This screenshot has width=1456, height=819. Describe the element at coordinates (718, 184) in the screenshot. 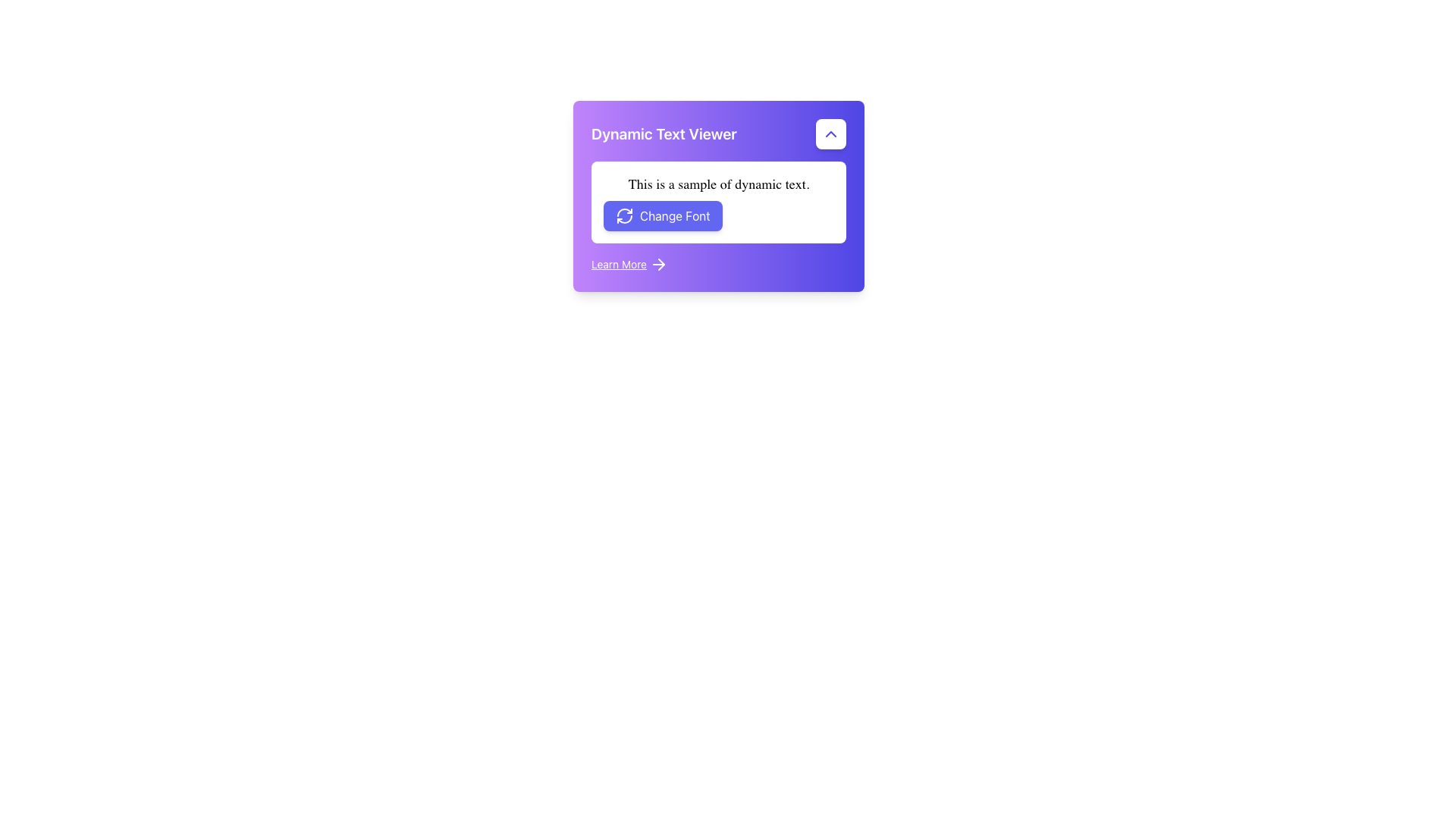

I see `the Text Label that displays sample text dynamically styled, located above the 'Change Font' button in the 'Dynamic Text Viewer' card` at that location.